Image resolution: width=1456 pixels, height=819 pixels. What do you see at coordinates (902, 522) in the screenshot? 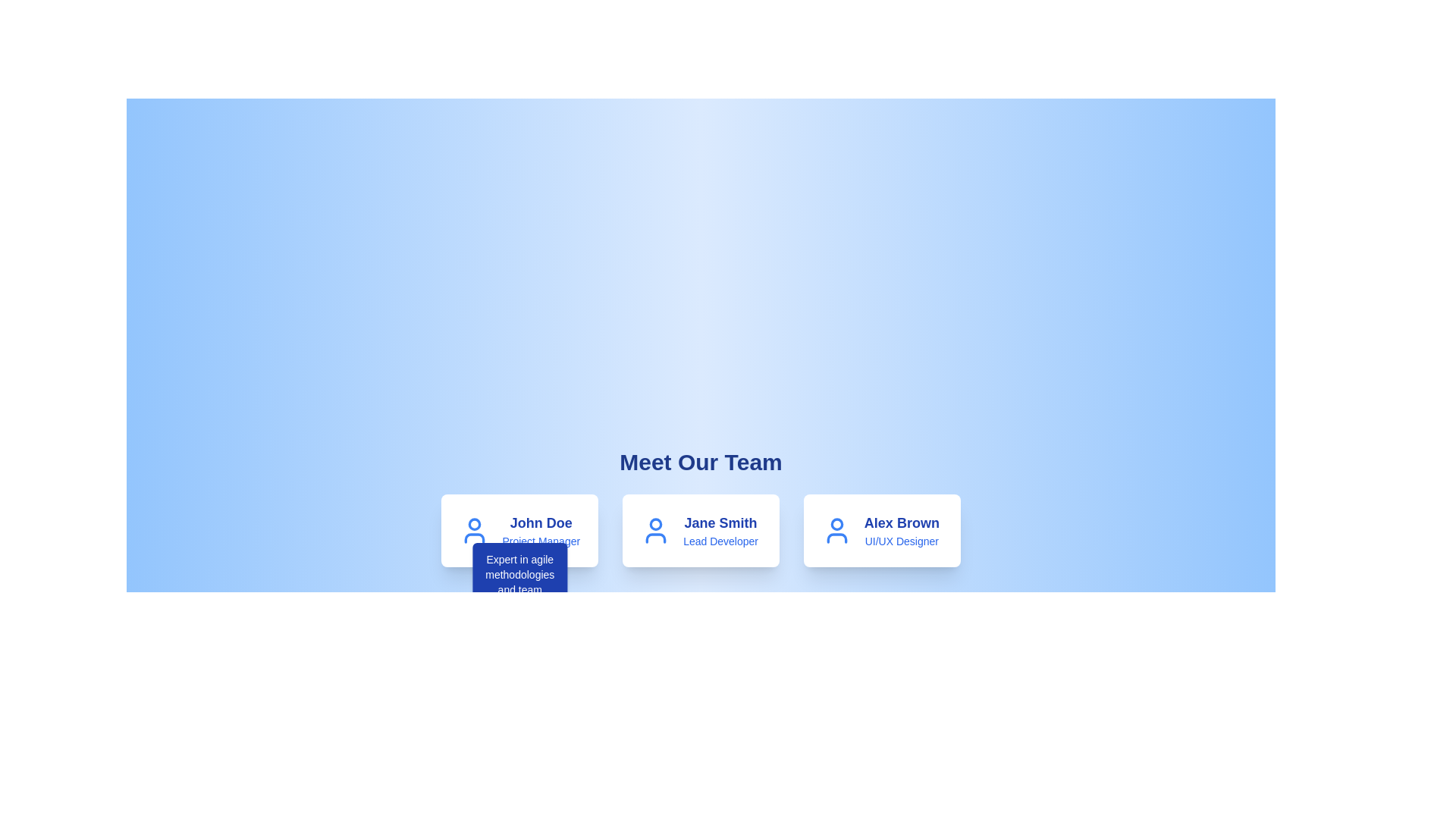
I see `the text element displaying 'Alex Brown' in bold blue font, located at the top of the user information card` at bounding box center [902, 522].